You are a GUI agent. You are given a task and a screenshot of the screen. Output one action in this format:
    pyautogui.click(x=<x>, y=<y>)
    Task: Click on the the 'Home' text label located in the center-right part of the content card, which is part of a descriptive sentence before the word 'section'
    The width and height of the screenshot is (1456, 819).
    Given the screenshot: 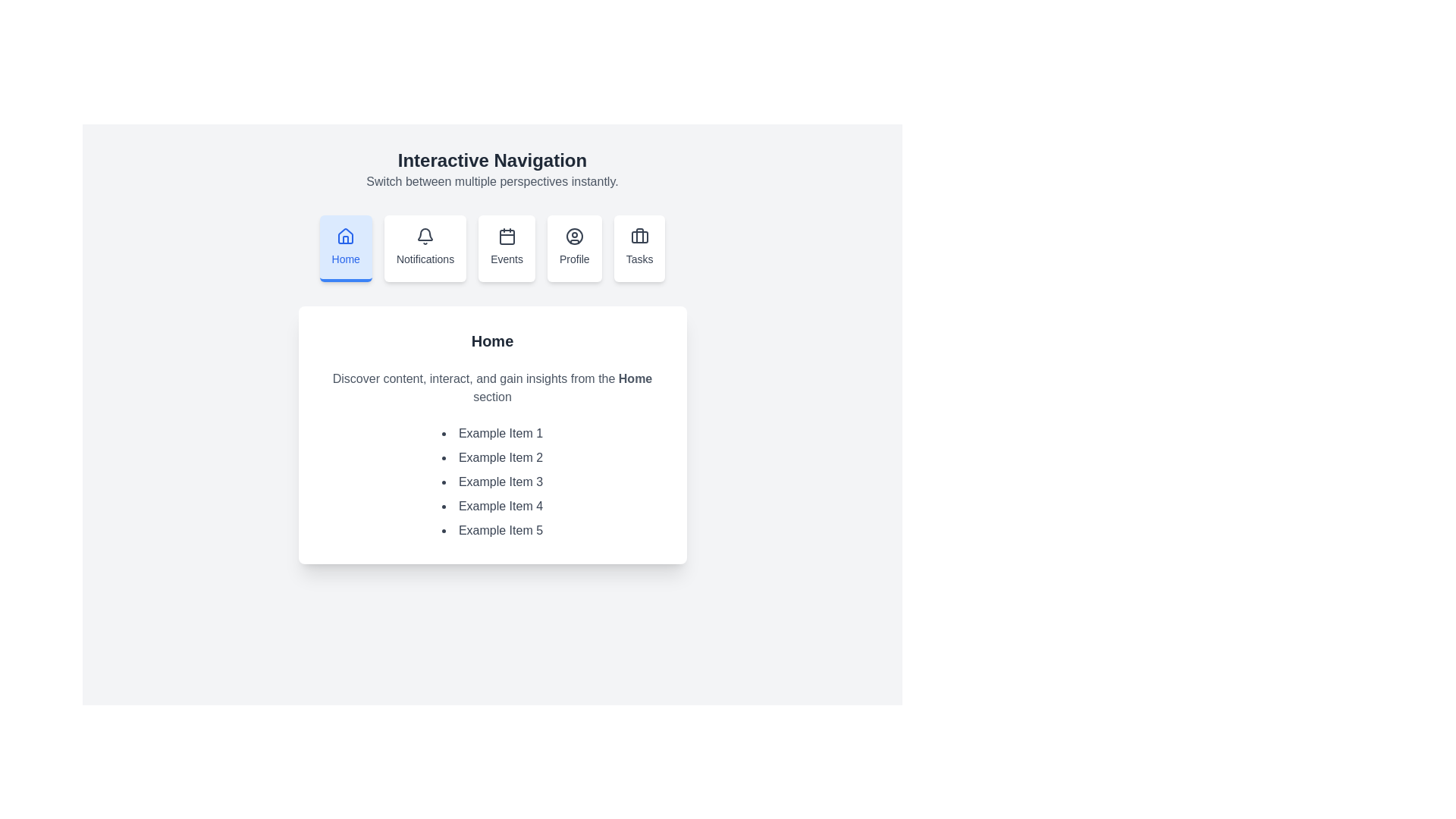 What is the action you would take?
    pyautogui.click(x=635, y=378)
    